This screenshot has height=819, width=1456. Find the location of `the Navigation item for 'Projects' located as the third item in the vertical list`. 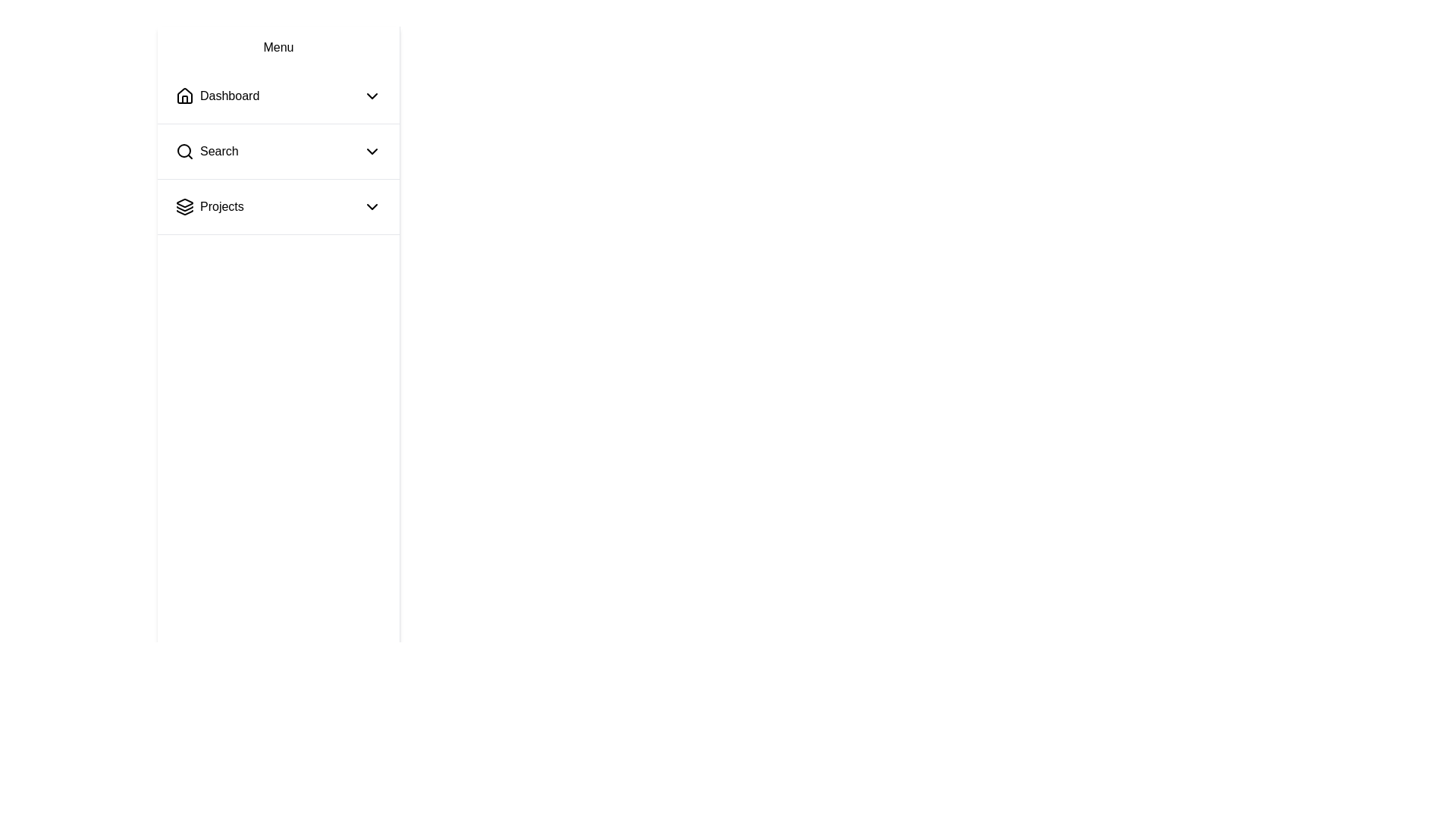

the Navigation item for 'Projects' located as the third item in the vertical list is located at coordinates (278, 207).